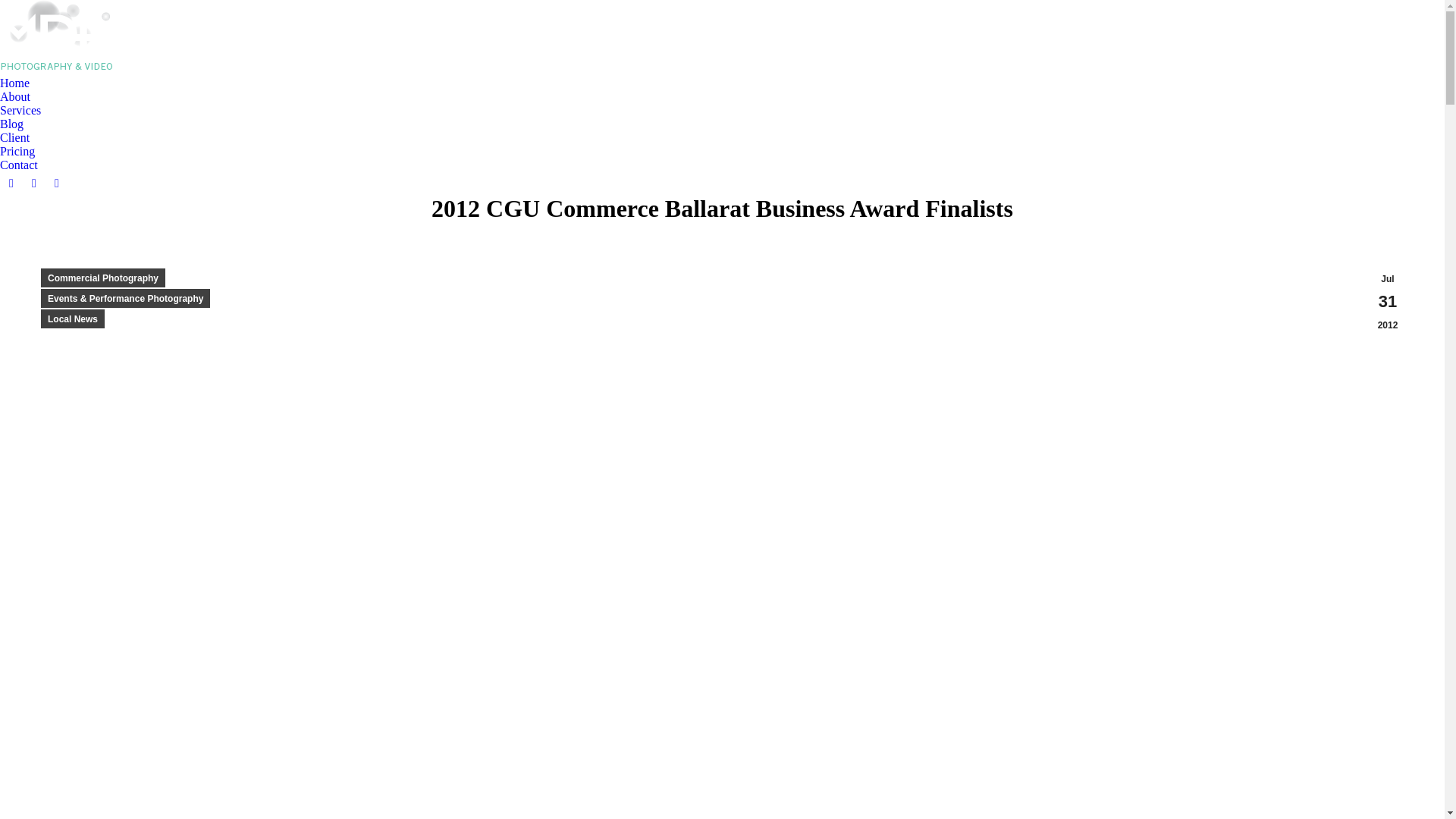 The width and height of the screenshot is (1456, 819). What do you see at coordinates (0, 96) in the screenshot?
I see `'About'` at bounding box center [0, 96].